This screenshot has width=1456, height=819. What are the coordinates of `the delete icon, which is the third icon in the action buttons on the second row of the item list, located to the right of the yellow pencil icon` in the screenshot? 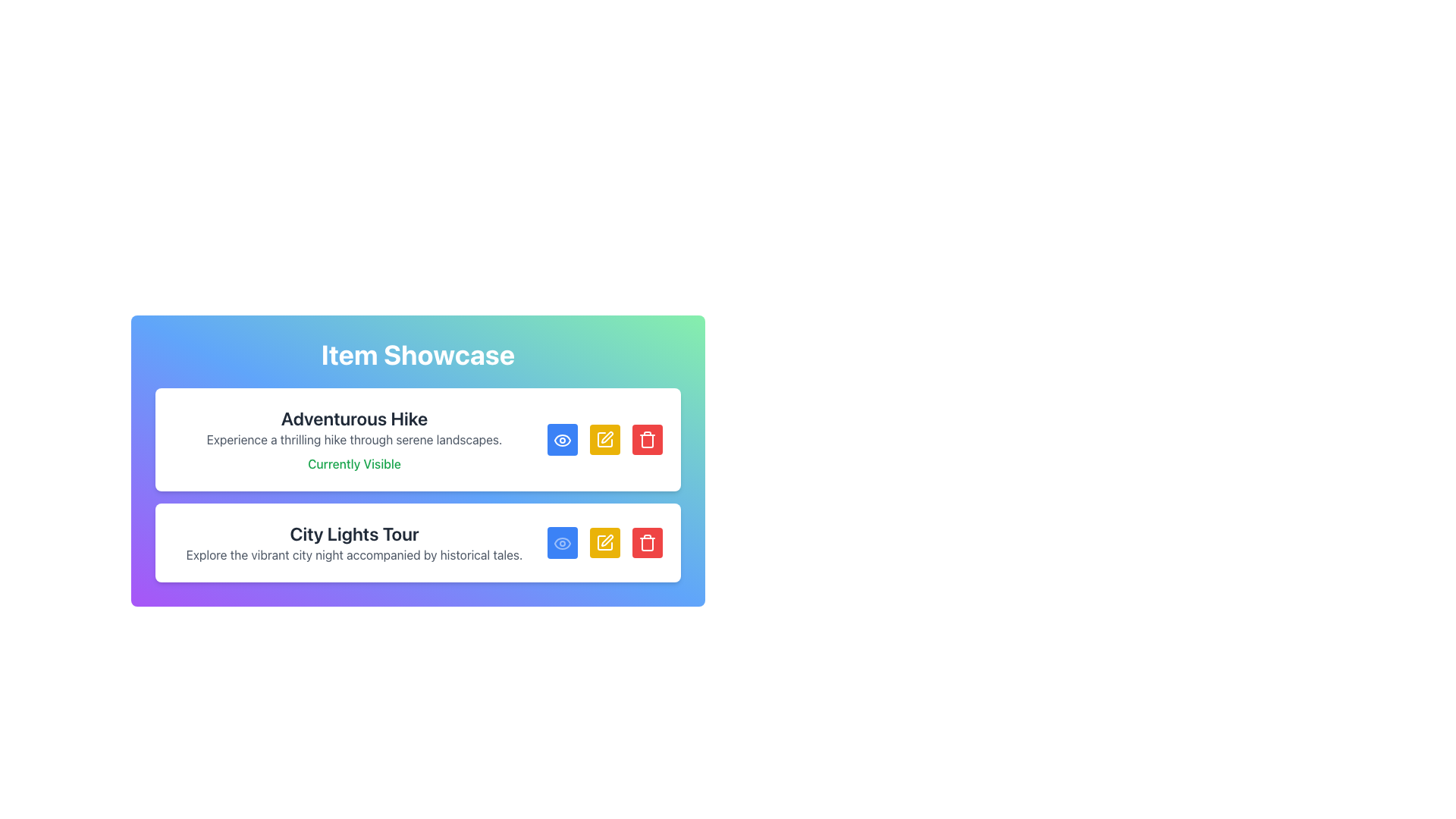 It's located at (648, 542).